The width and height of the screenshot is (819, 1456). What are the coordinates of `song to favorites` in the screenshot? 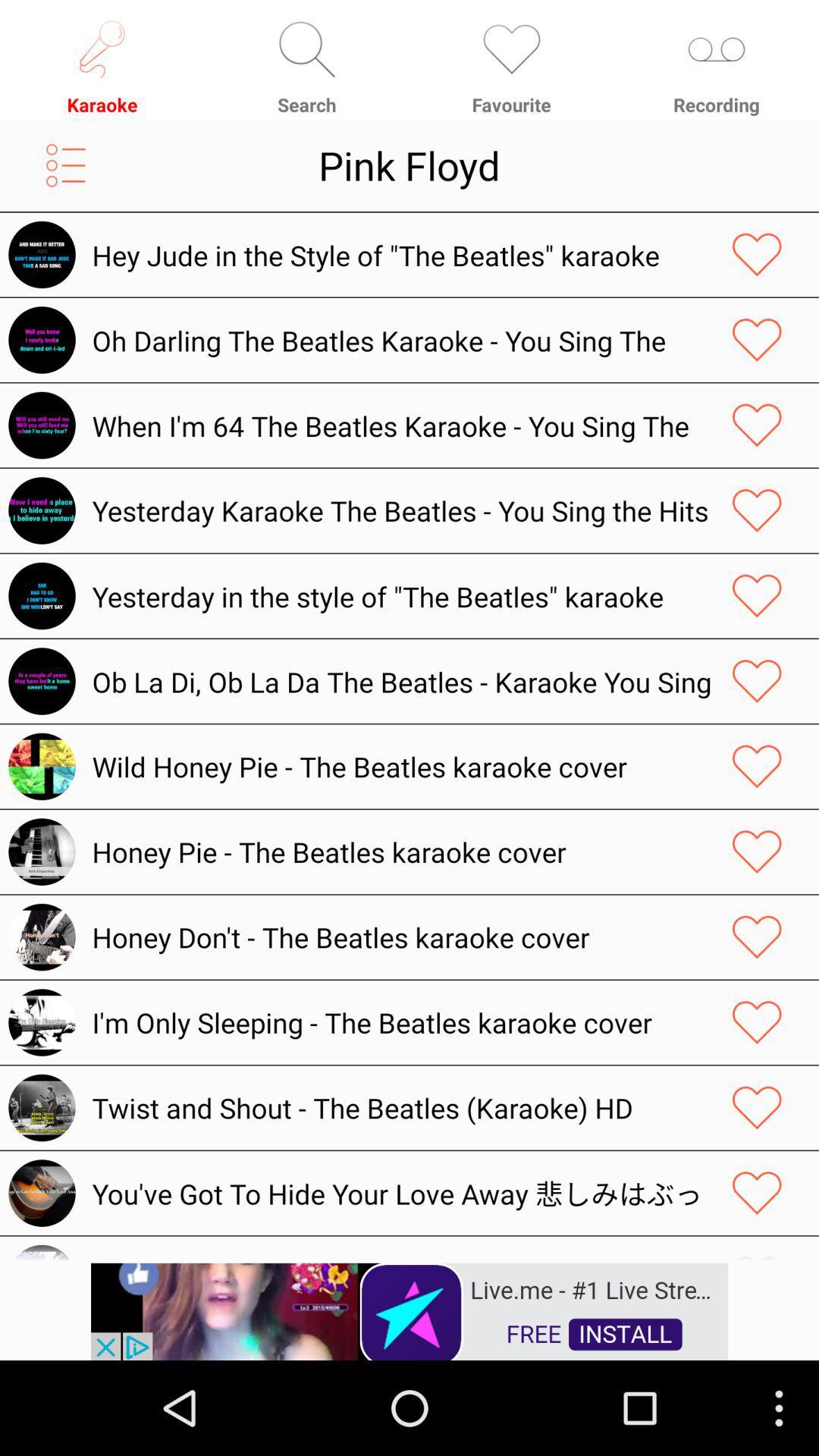 It's located at (757, 680).